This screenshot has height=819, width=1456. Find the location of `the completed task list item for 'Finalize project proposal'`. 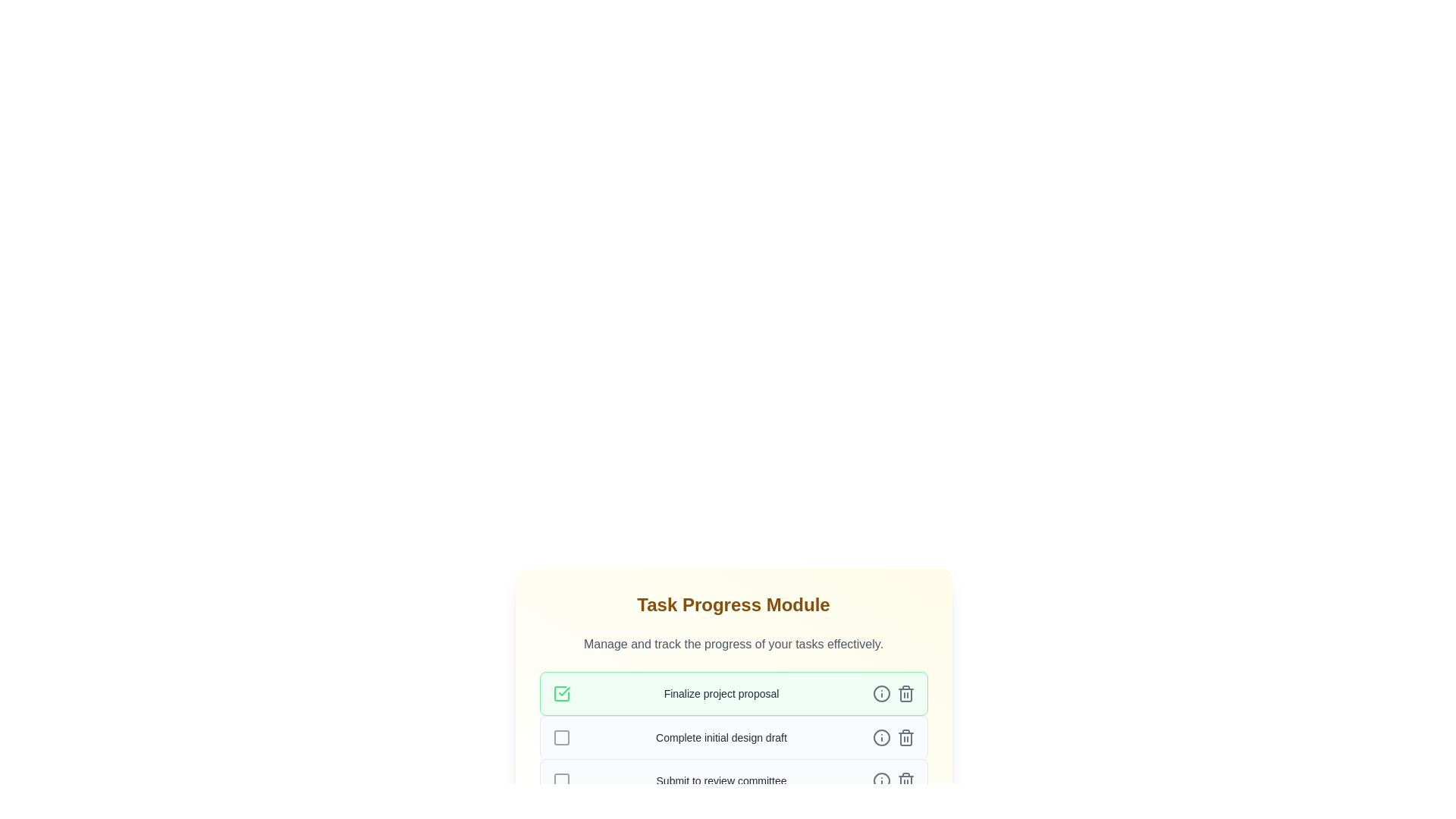

the completed task list item for 'Finalize project proposal' is located at coordinates (733, 693).